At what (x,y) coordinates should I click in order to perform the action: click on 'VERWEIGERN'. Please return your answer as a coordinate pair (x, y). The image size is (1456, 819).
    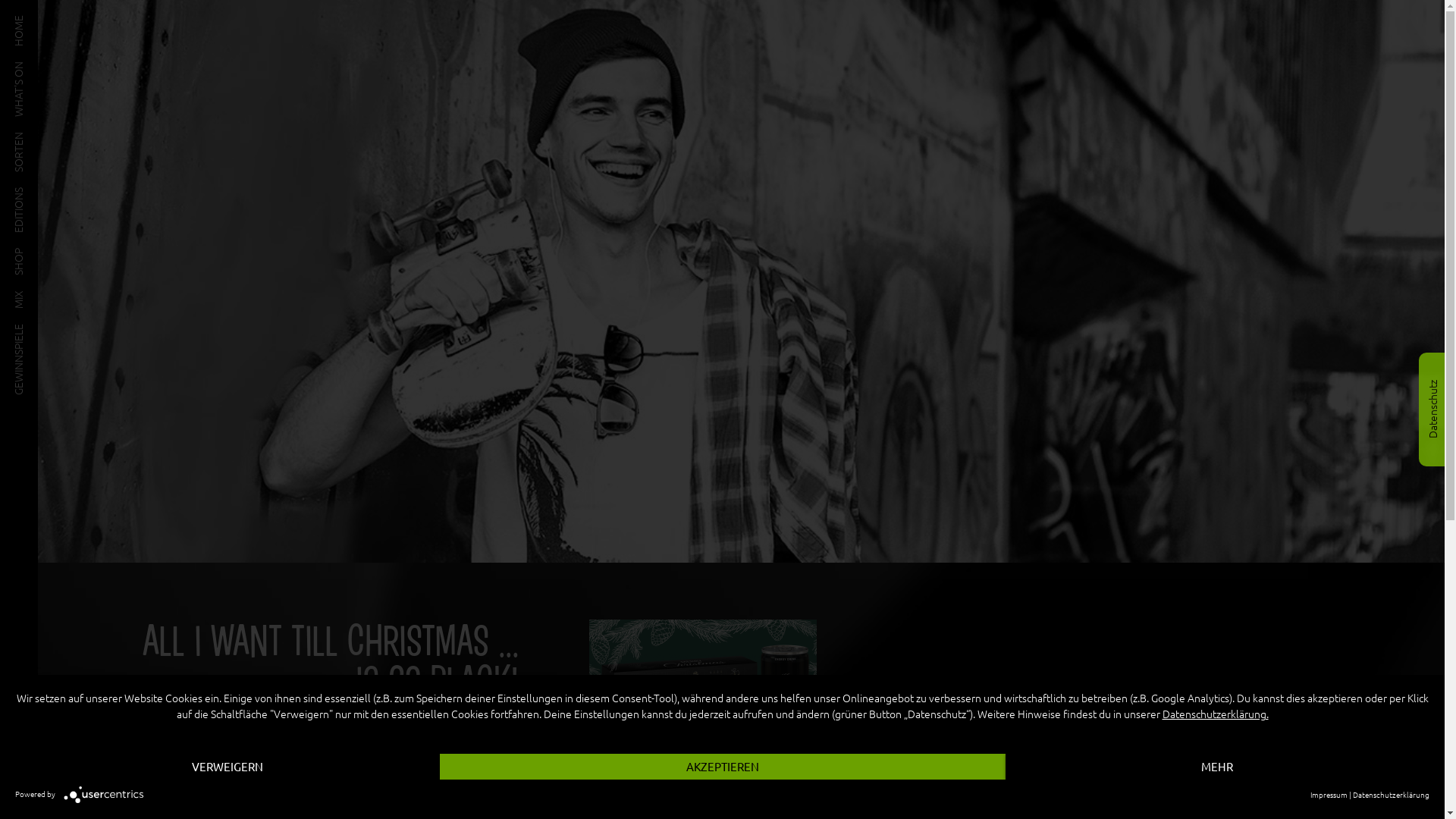
    Looking at the image, I should click on (226, 767).